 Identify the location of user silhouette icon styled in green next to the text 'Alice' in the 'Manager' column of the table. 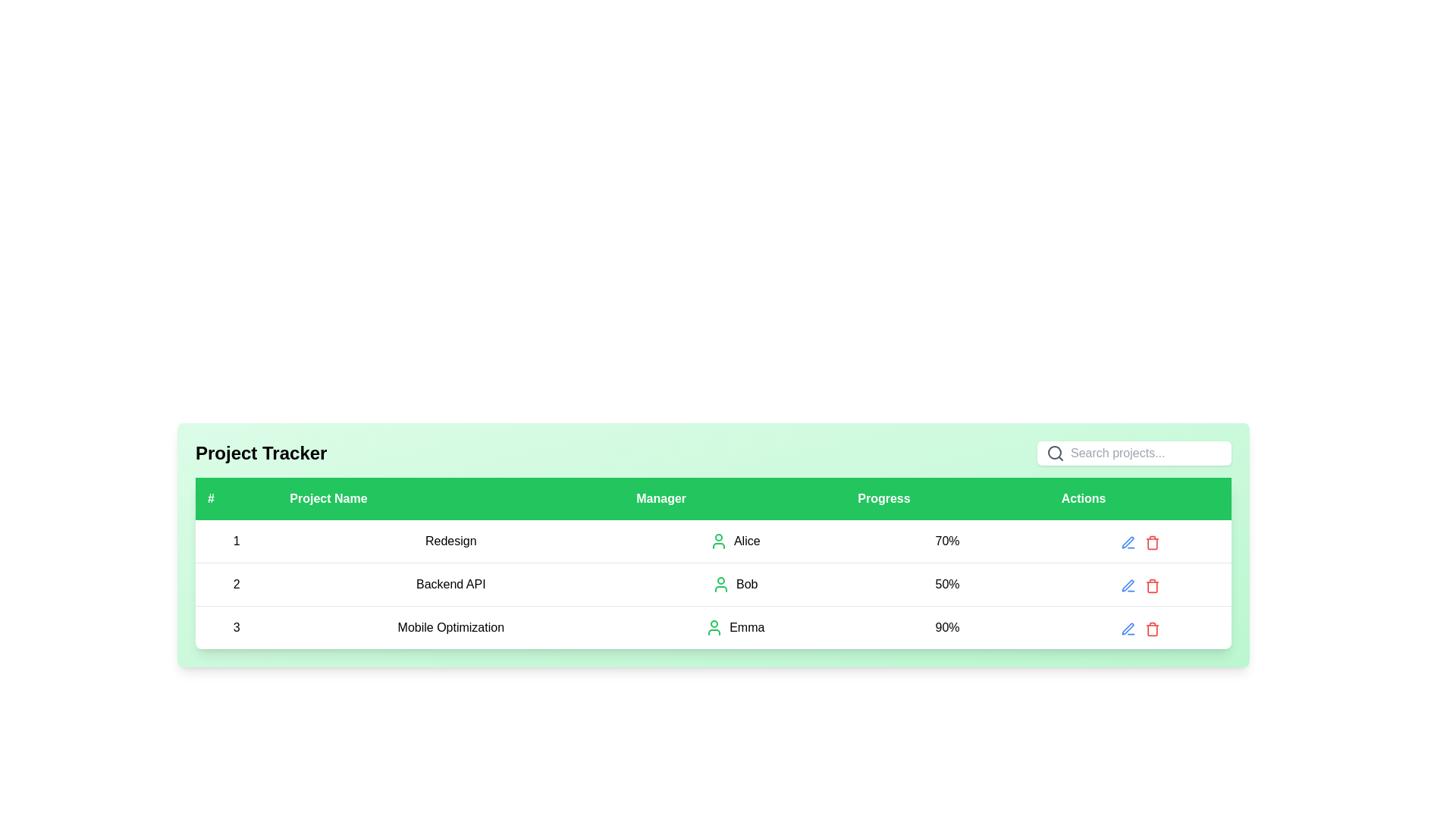
(717, 540).